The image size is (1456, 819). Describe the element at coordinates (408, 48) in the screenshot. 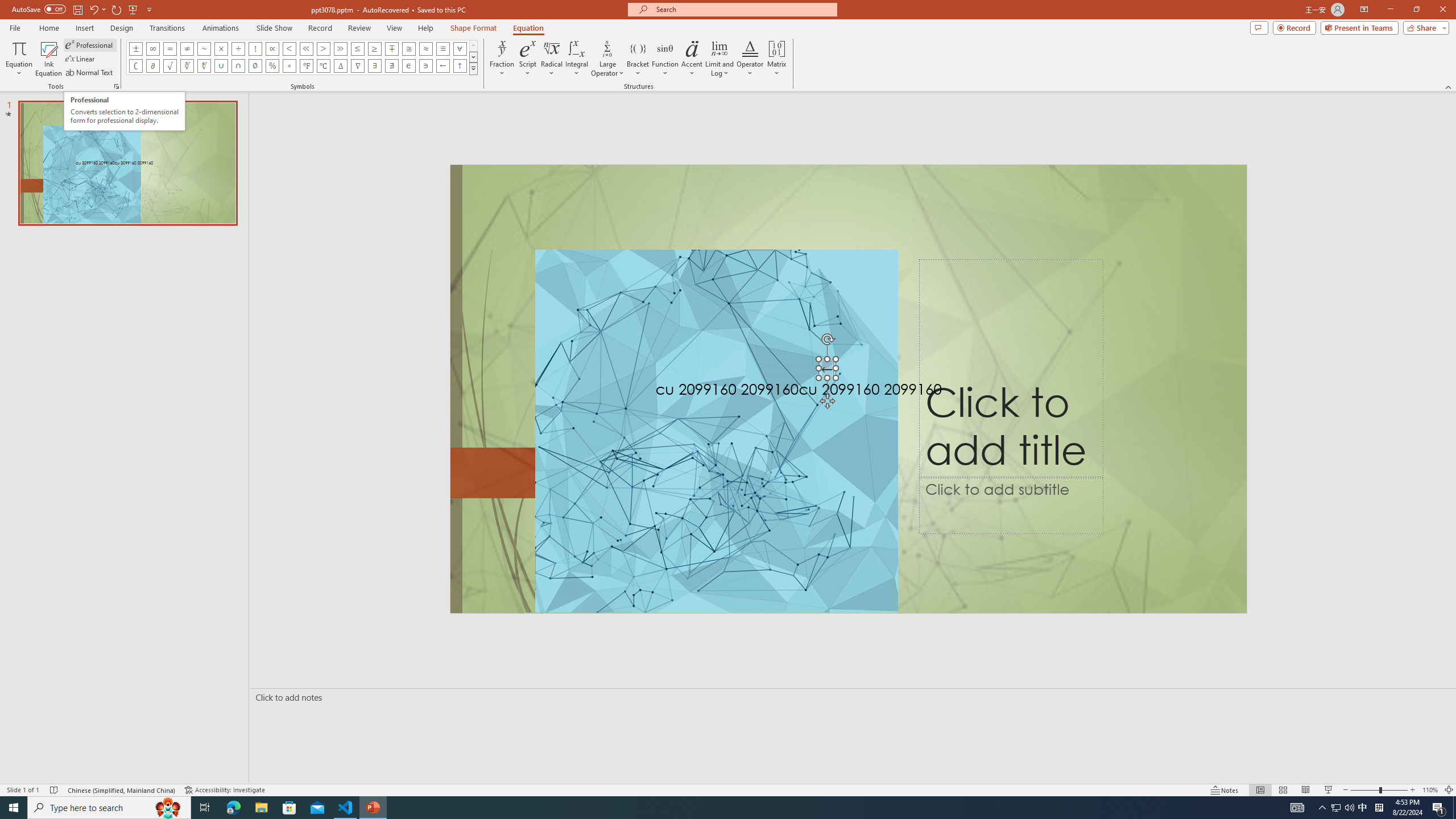

I see `'Equation Symbol Approximately Equal To'` at that location.